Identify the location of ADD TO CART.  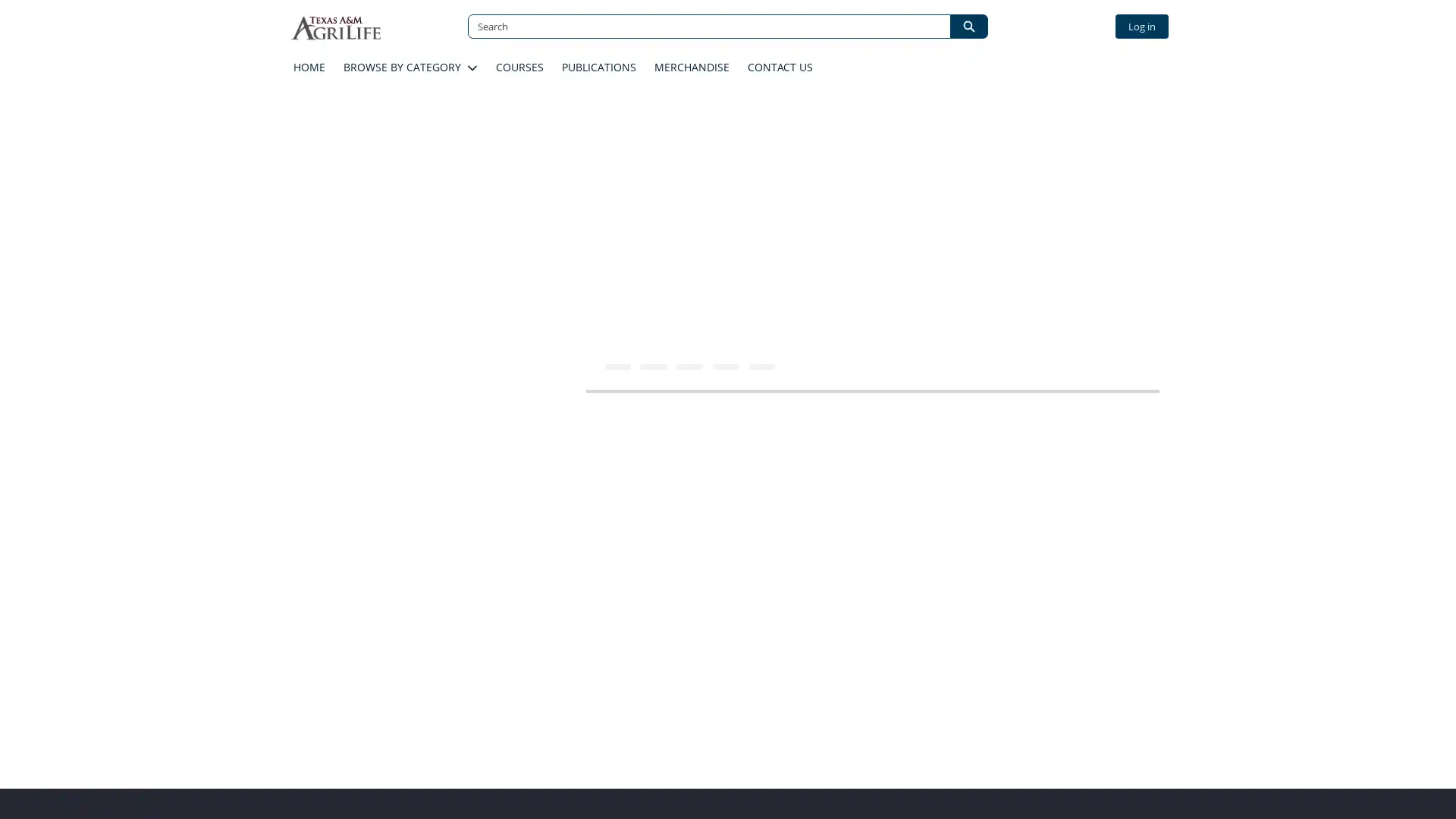
(773, 348).